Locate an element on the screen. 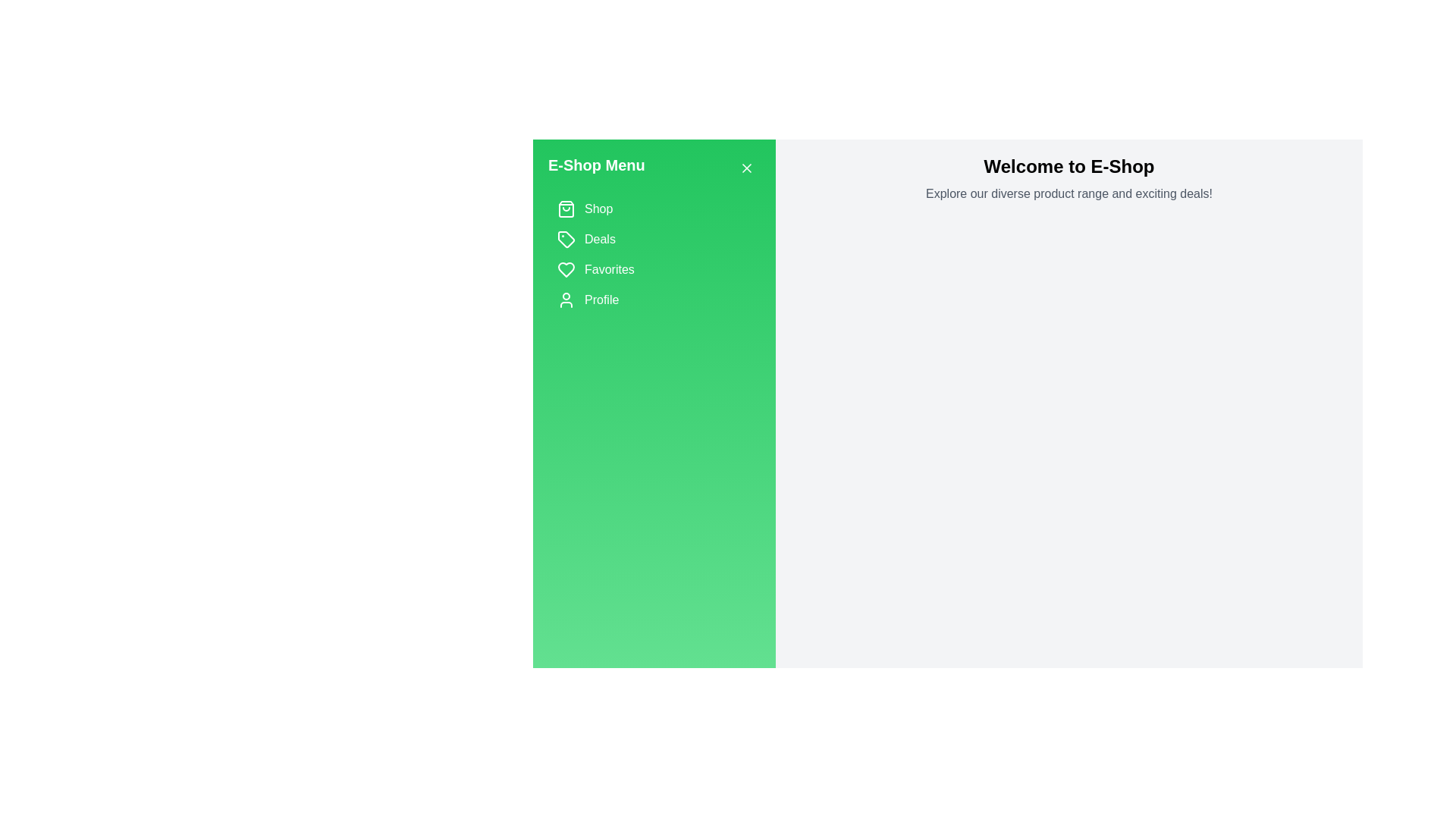  the category item labeled Shop to highlight it is located at coordinates (654, 209).